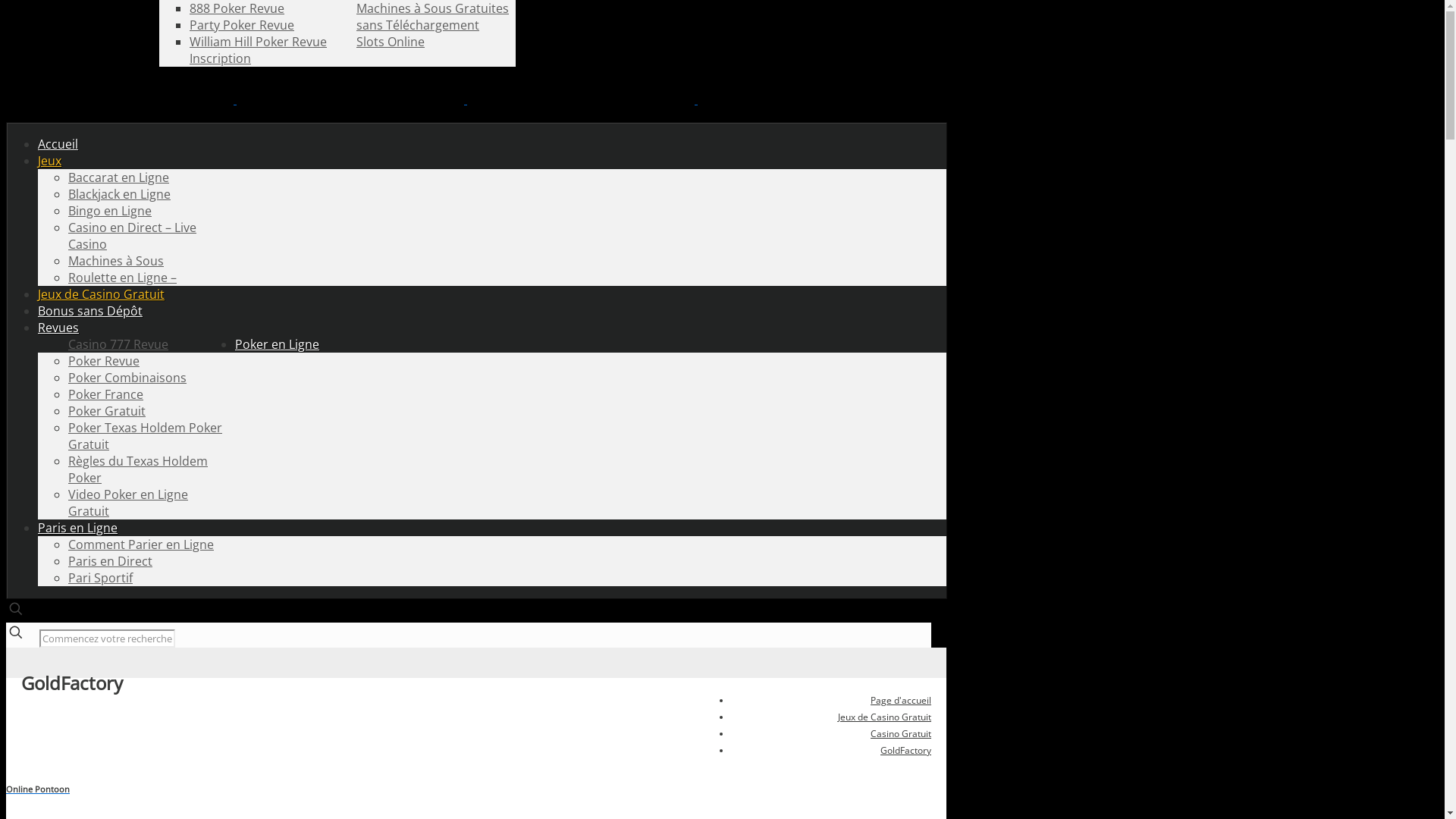 The width and height of the screenshot is (1456, 819). What do you see at coordinates (188, 8) in the screenshot?
I see `'Roulette Gratuite'` at bounding box center [188, 8].